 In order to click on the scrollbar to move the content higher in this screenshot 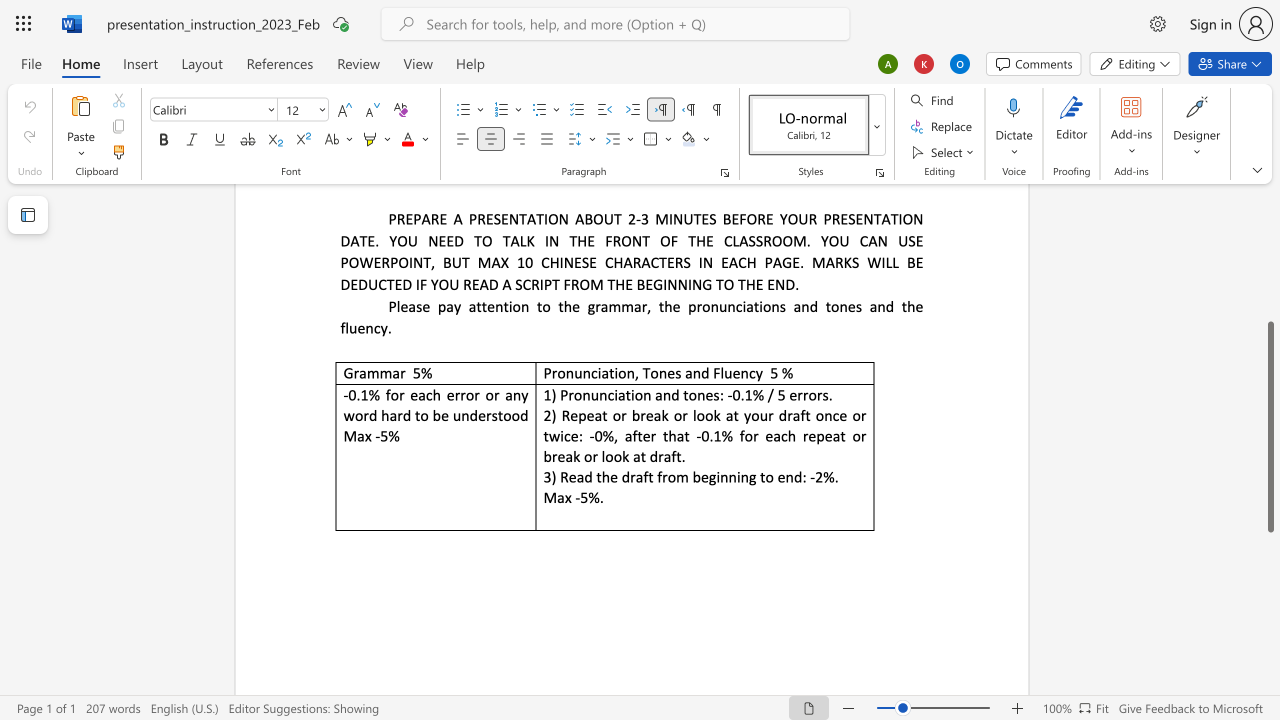, I will do `click(1269, 220)`.